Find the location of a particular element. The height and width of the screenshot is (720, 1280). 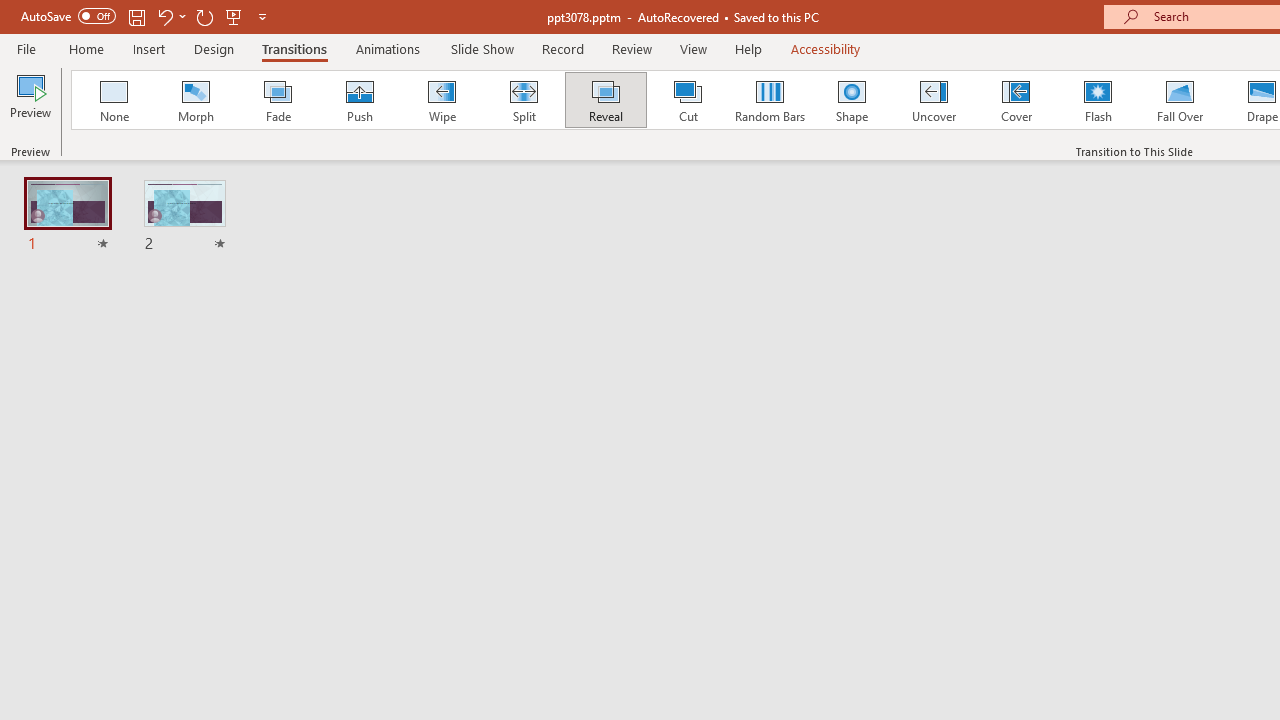

'Cover' is located at coordinates (1016, 100).